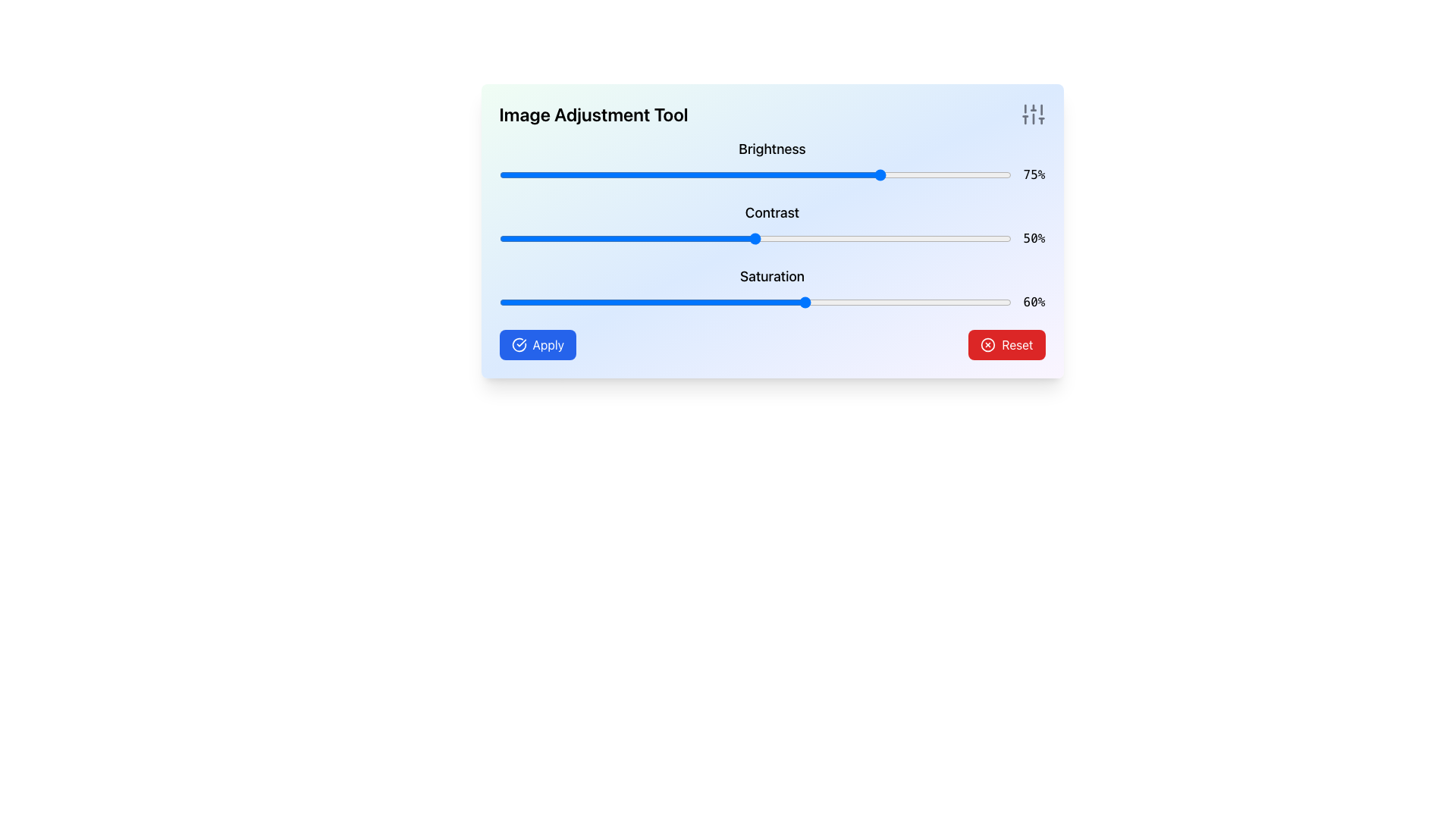 The image size is (1456, 819). I want to click on the text label displaying 'Brightness', which is centrally aligned at the top of the brightness settings section, so click(772, 149).